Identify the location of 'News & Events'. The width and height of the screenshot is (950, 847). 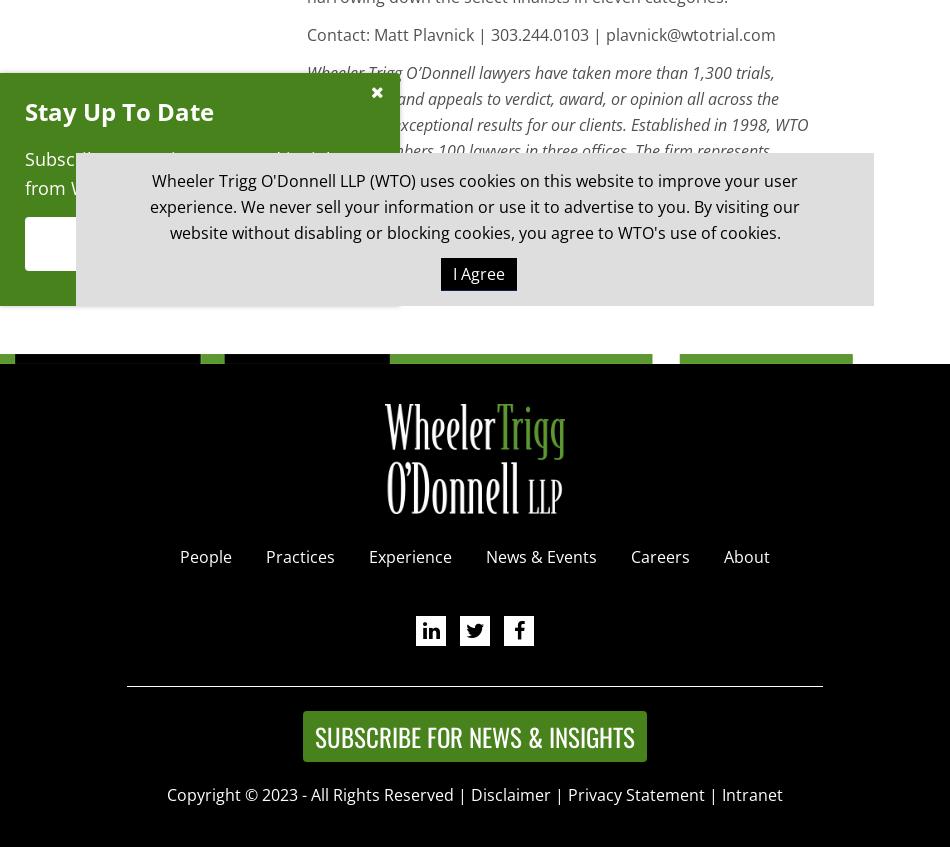
(541, 555).